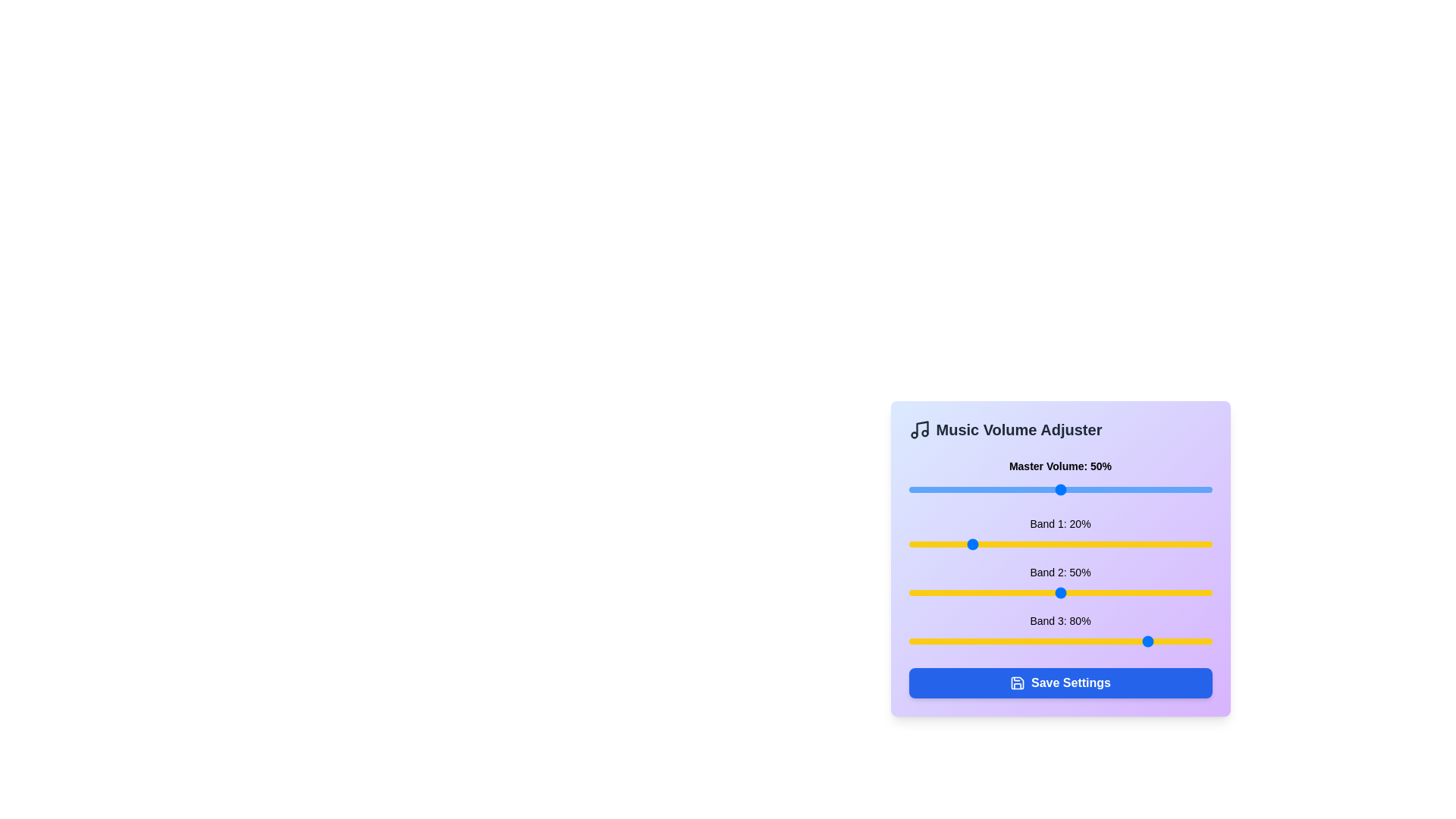  Describe the element at coordinates (1059, 534) in the screenshot. I see `the volume slider for 'Band 1' to set a value, which is the first slider below the 'Music Volume Adjuster' header` at that location.